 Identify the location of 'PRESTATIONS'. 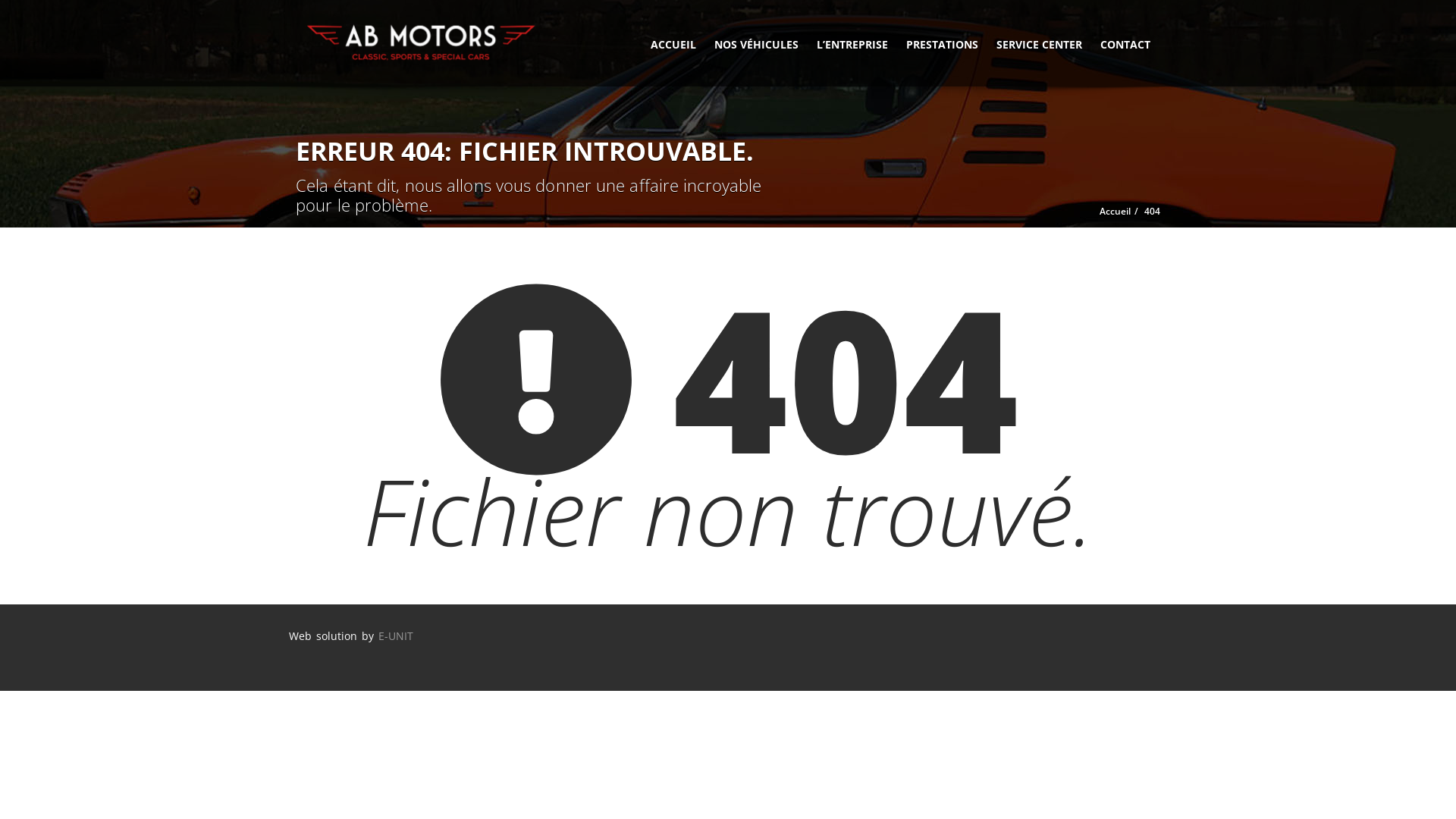
(941, 42).